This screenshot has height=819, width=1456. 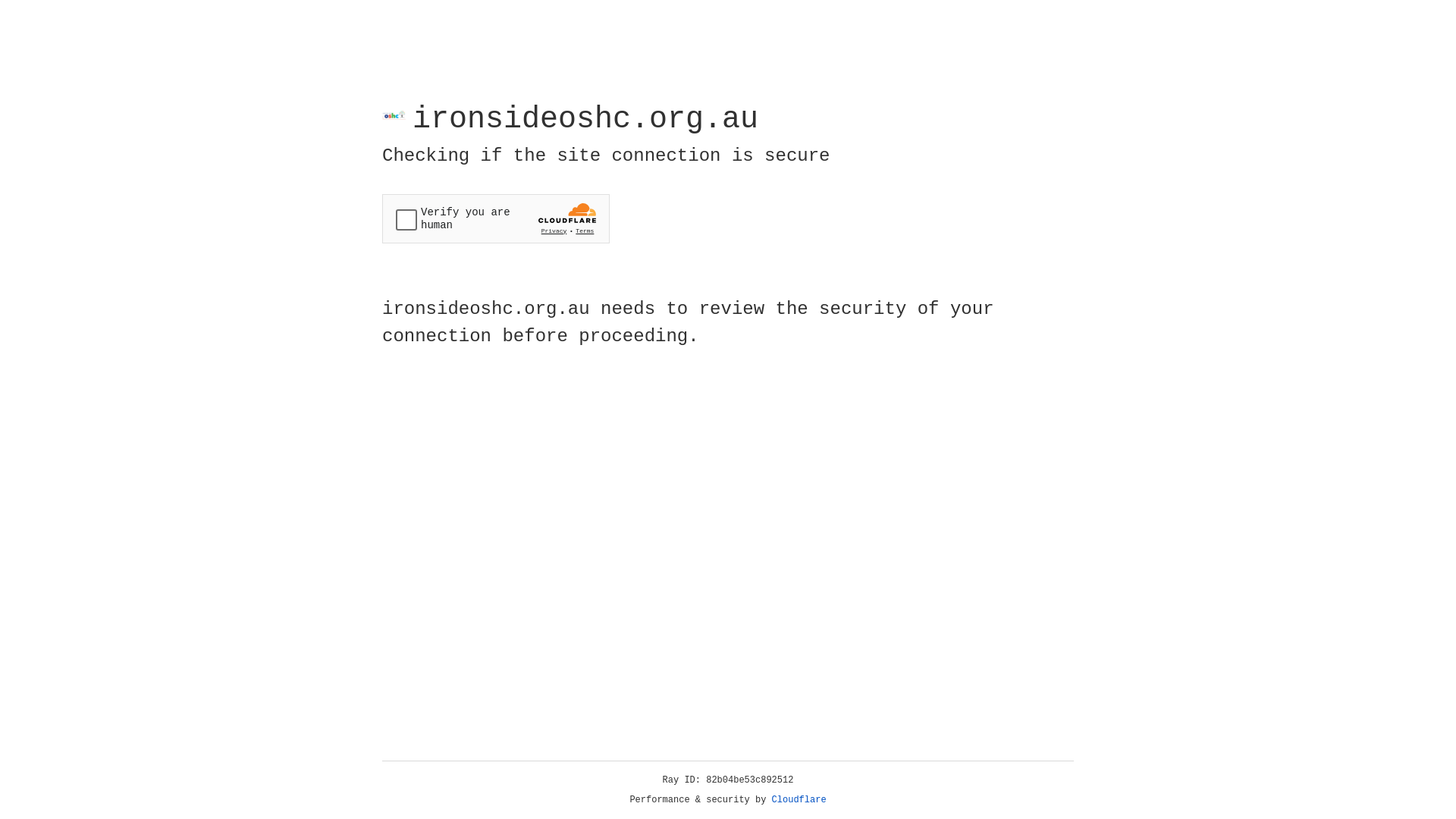 I want to click on 'Widget containing a Cloudflare security challenge', so click(x=495, y=218).